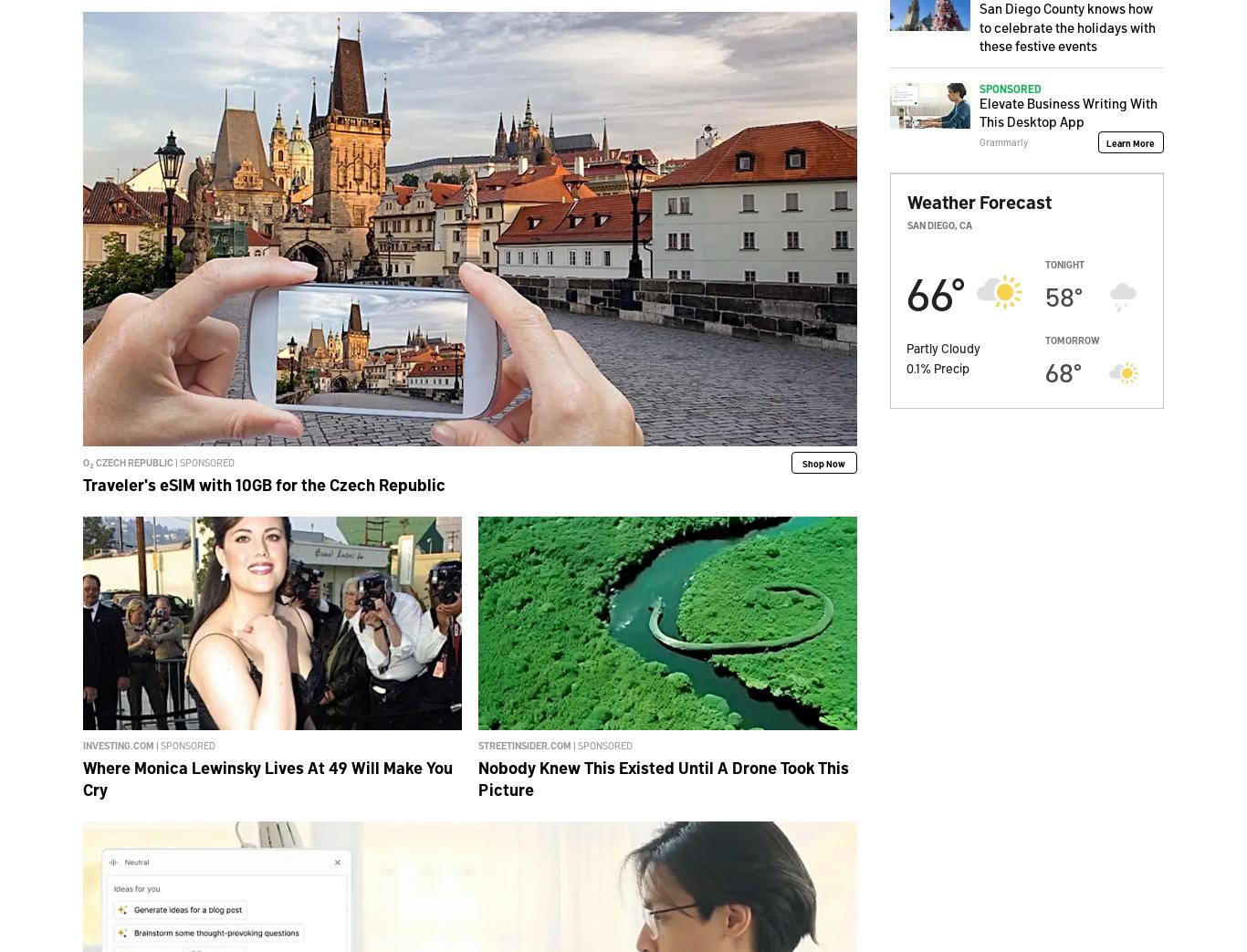  What do you see at coordinates (913, 368) in the screenshot?
I see `'0.1'` at bounding box center [913, 368].